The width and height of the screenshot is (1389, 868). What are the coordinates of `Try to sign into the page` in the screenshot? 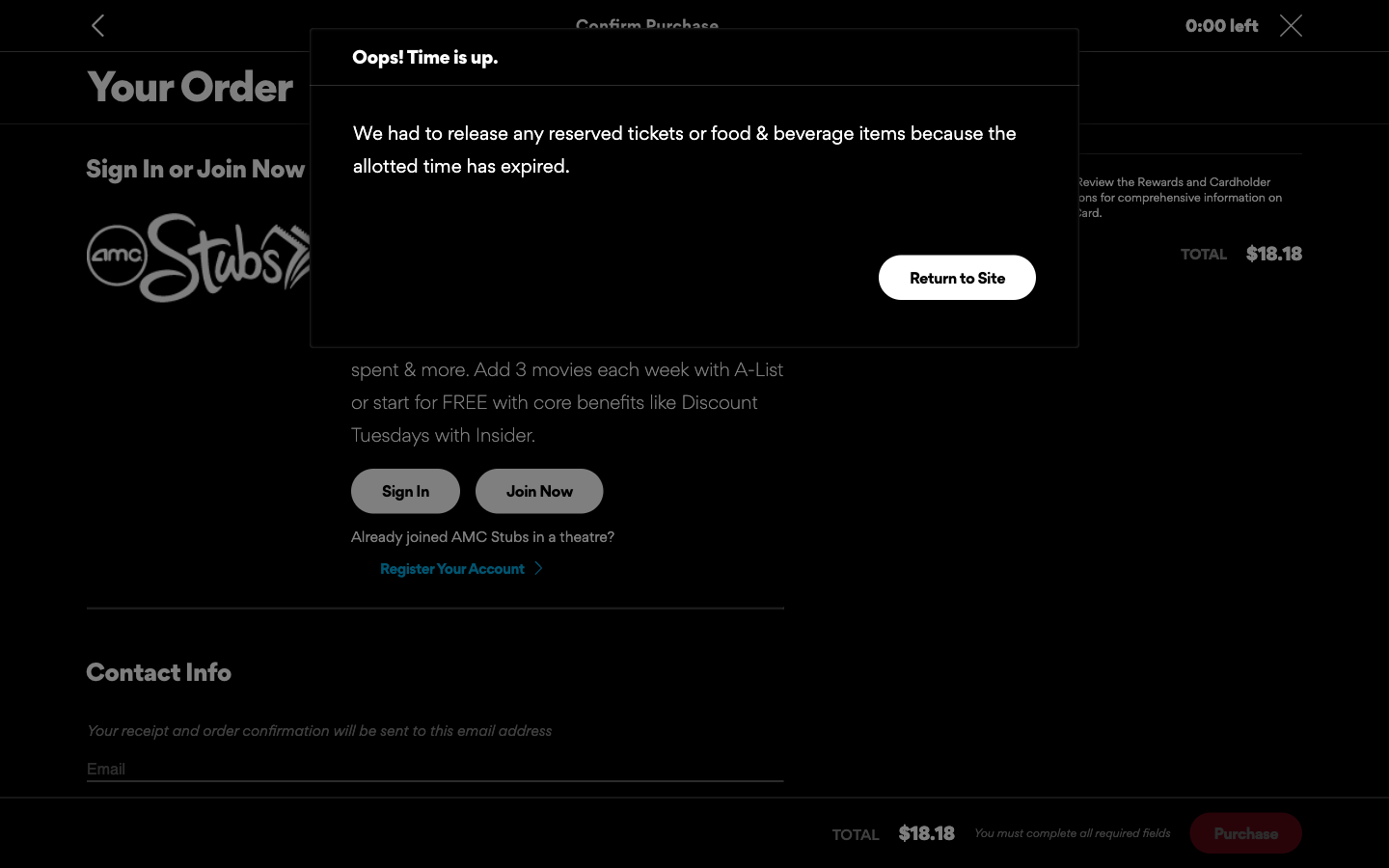 It's located at (404, 490).